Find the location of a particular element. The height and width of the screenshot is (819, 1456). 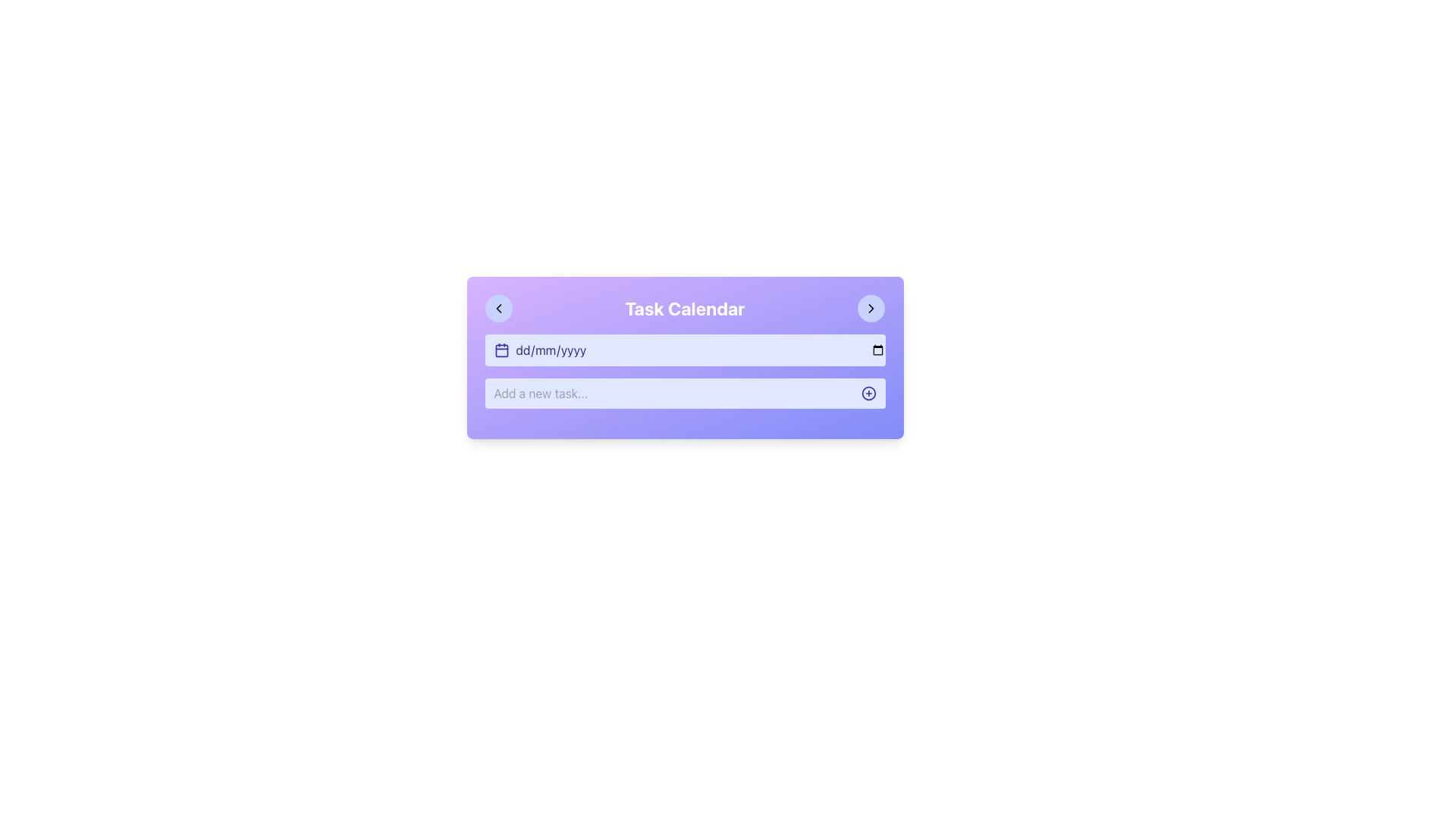

the SVG Circle that represents the 'Add a new task' button, which is part of a plus sign inside a circle, located at the right end of the second input field is located at coordinates (868, 393).